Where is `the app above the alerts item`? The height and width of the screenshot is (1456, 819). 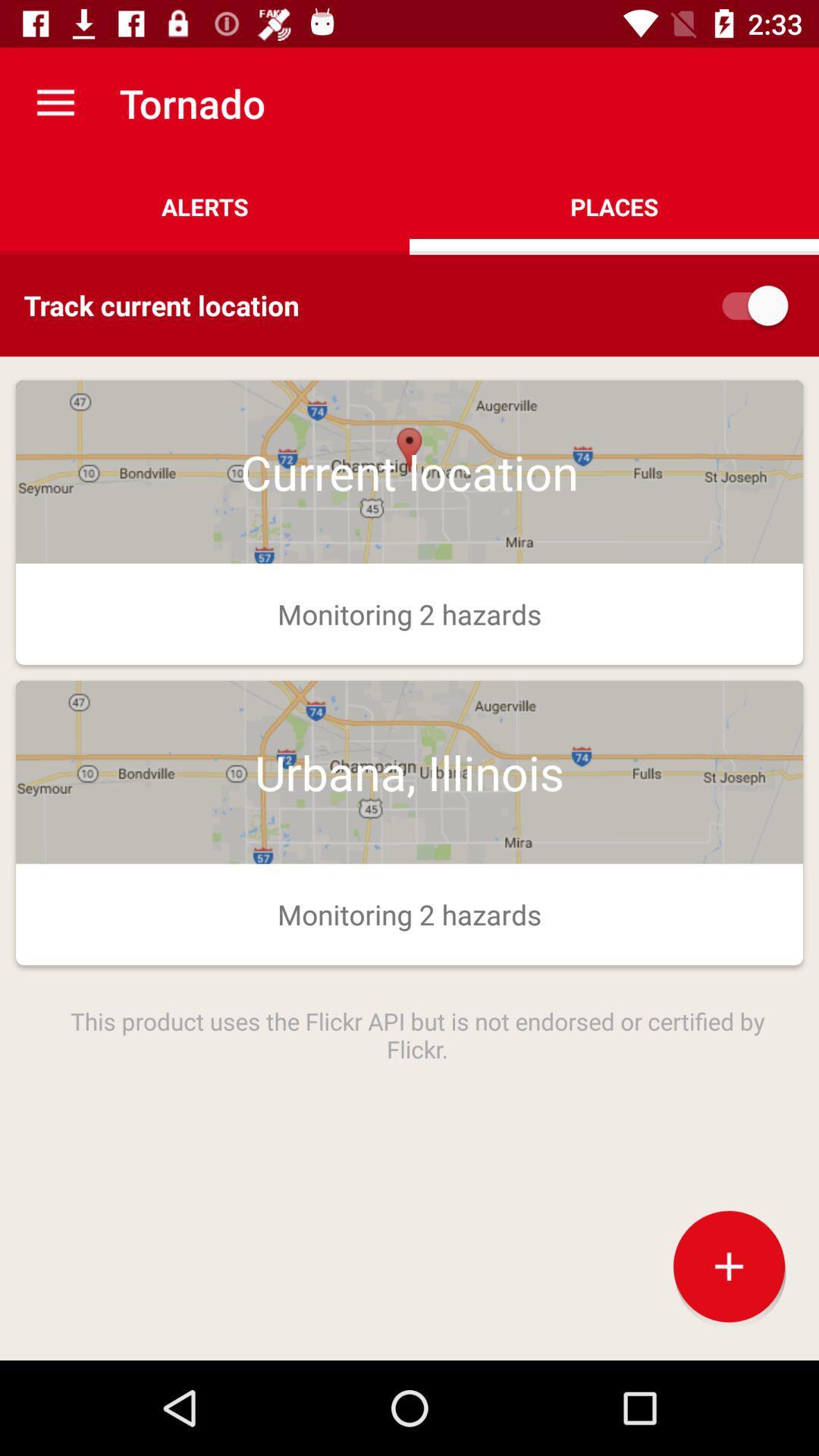 the app above the alerts item is located at coordinates (55, 102).